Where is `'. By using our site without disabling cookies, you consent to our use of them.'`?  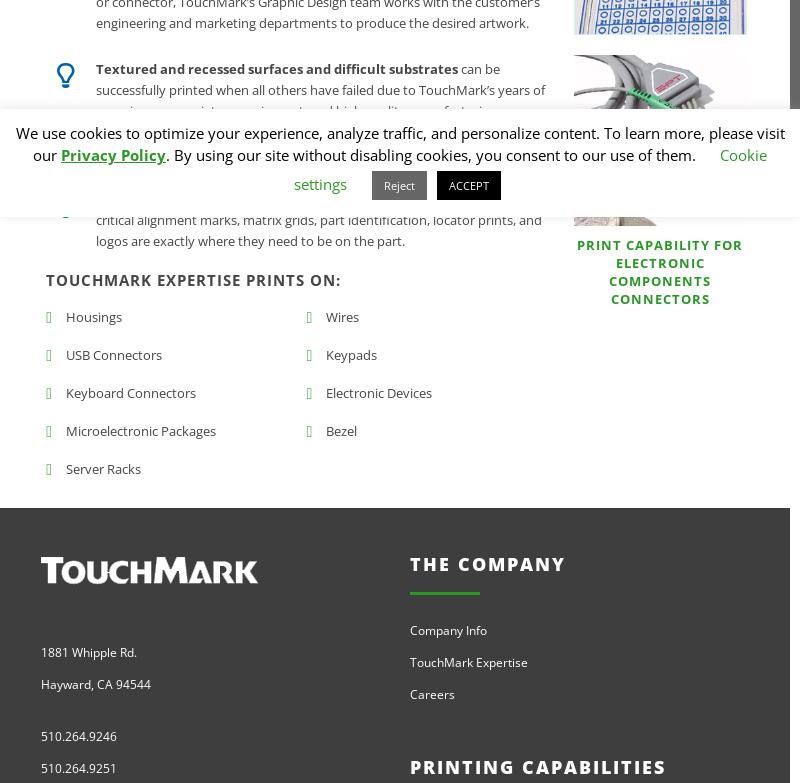 '. By using our site without disabling cookies, you consent to our use of them.' is located at coordinates (433, 155).